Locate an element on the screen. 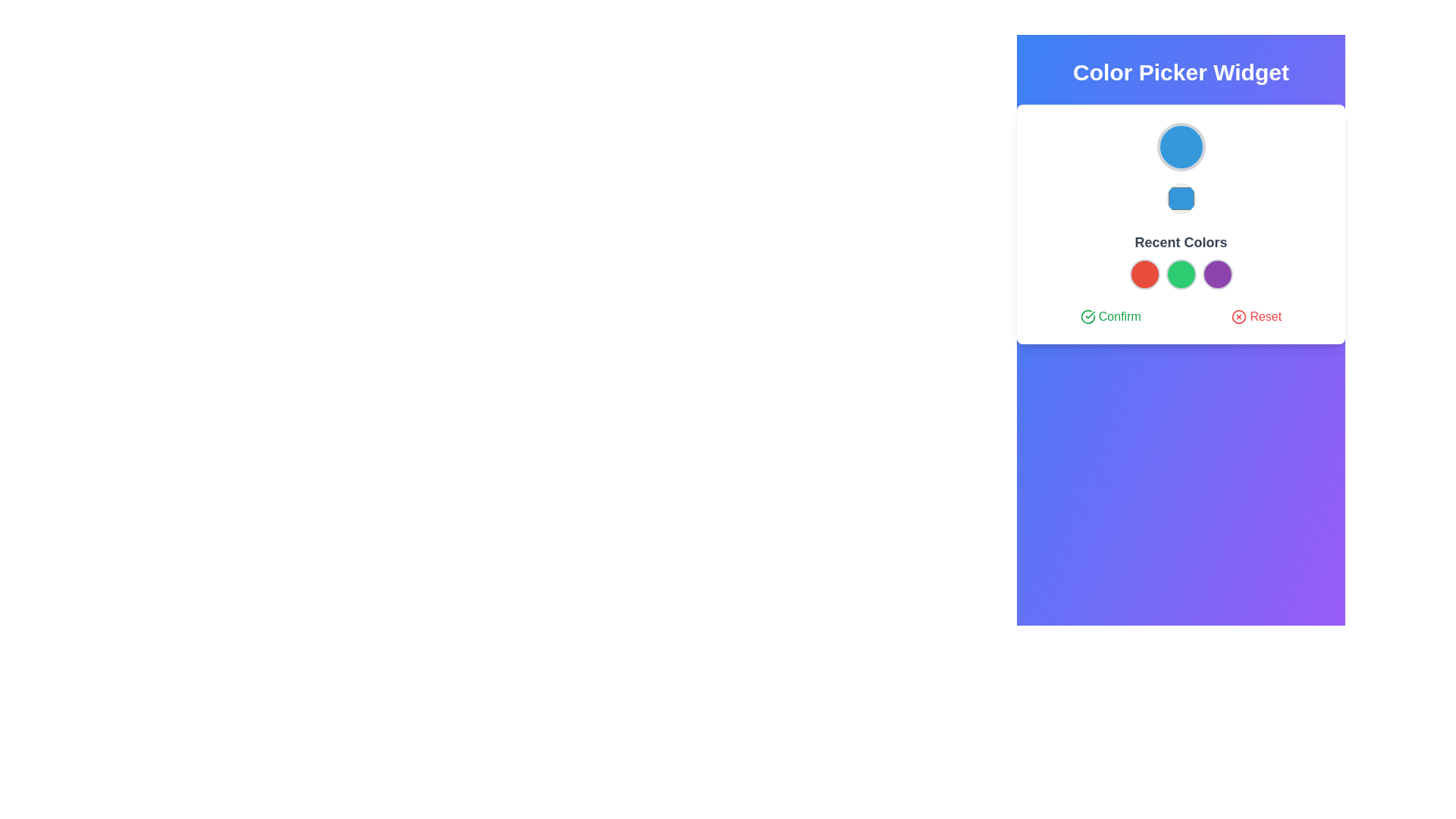 The height and width of the screenshot is (819, 1456). the text label that serves as a confirmation indicator, located to the right of a check-circle icon in the lower-left quadrant of the white panel is located at coordinates (1119, 315).